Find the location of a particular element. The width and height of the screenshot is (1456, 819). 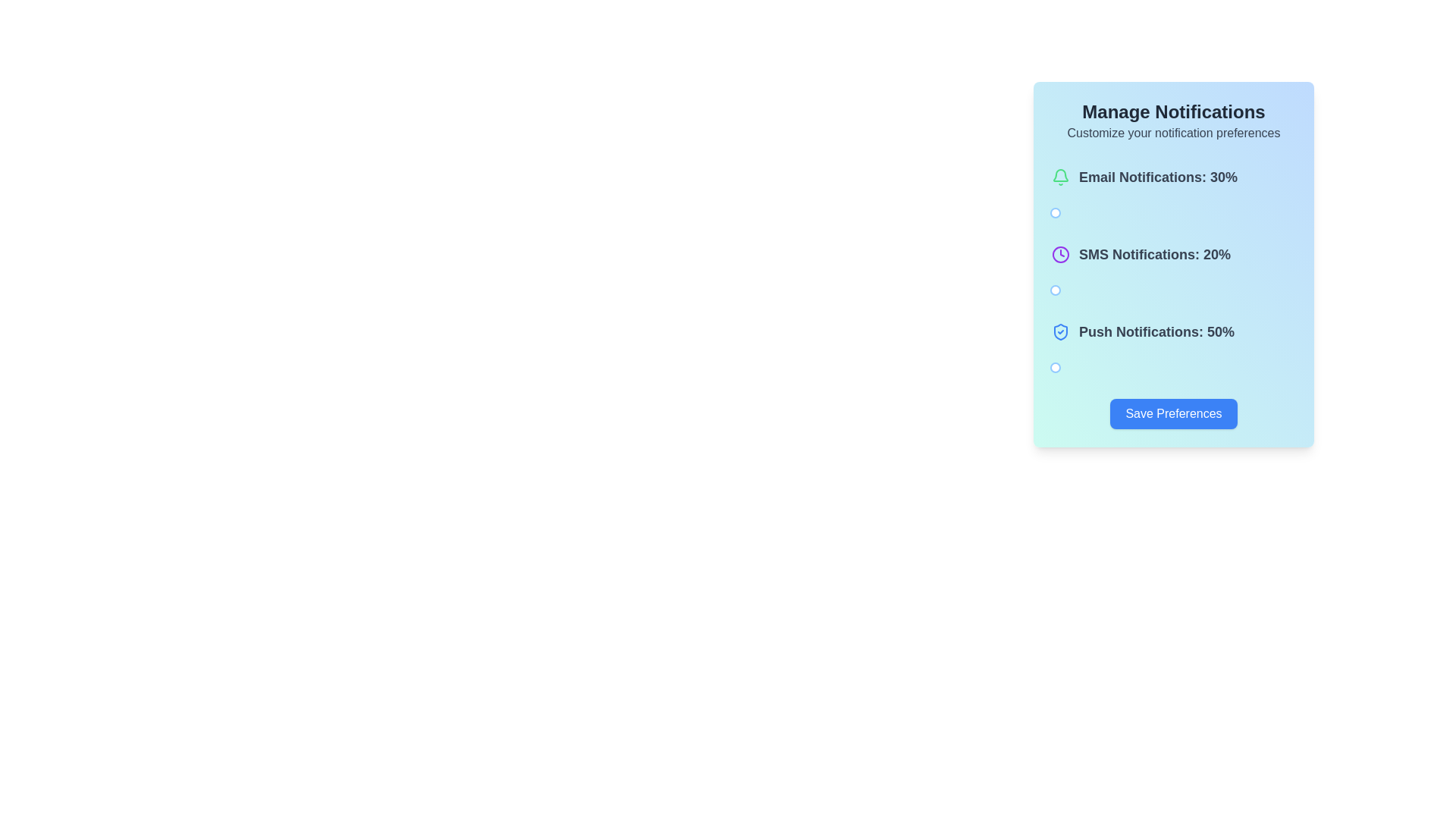

the 'Push Notifications' value is located at coordinates (1059, 368).